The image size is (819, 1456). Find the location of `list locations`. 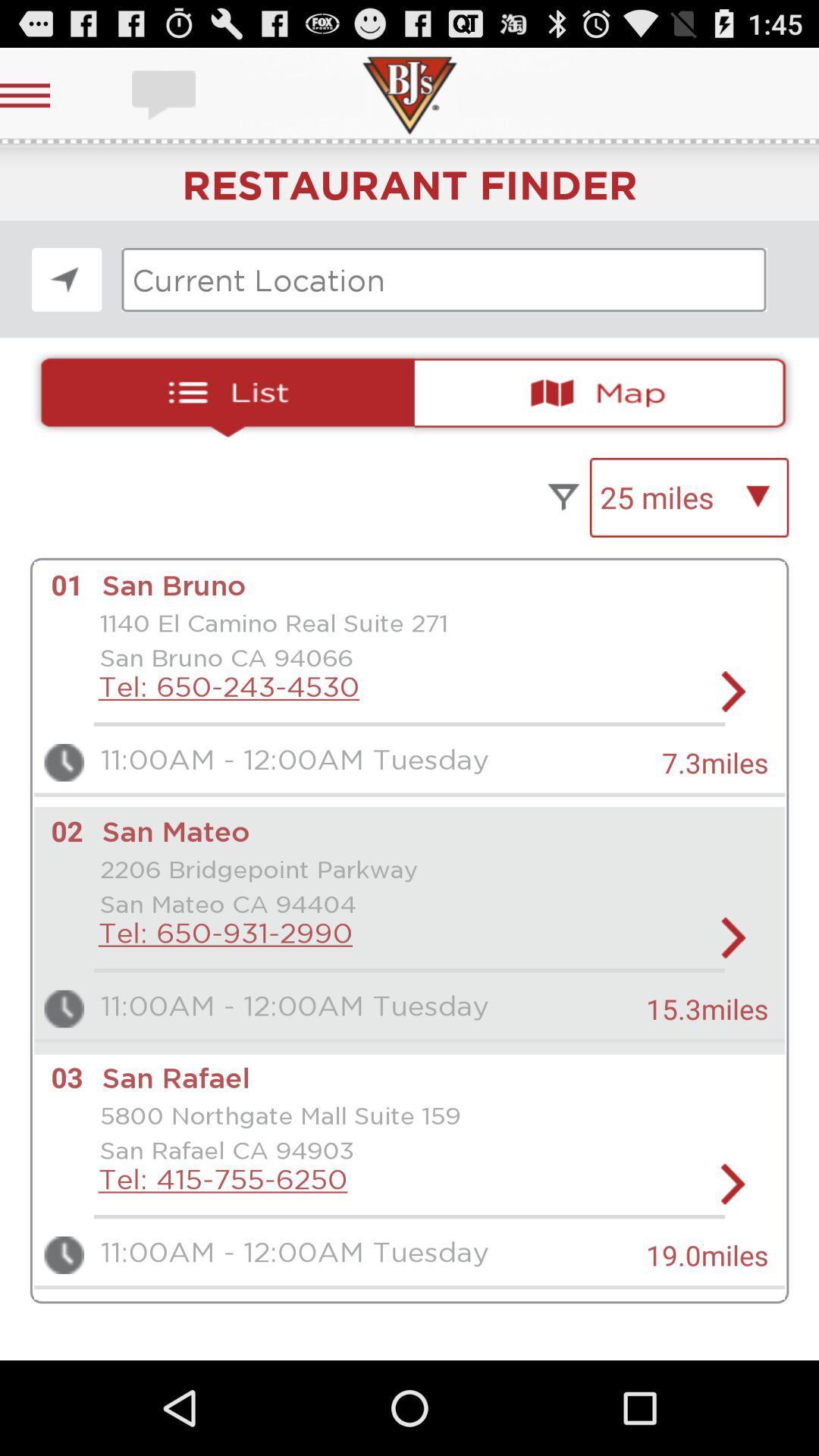

list locations is located at coordinates (222, 393).